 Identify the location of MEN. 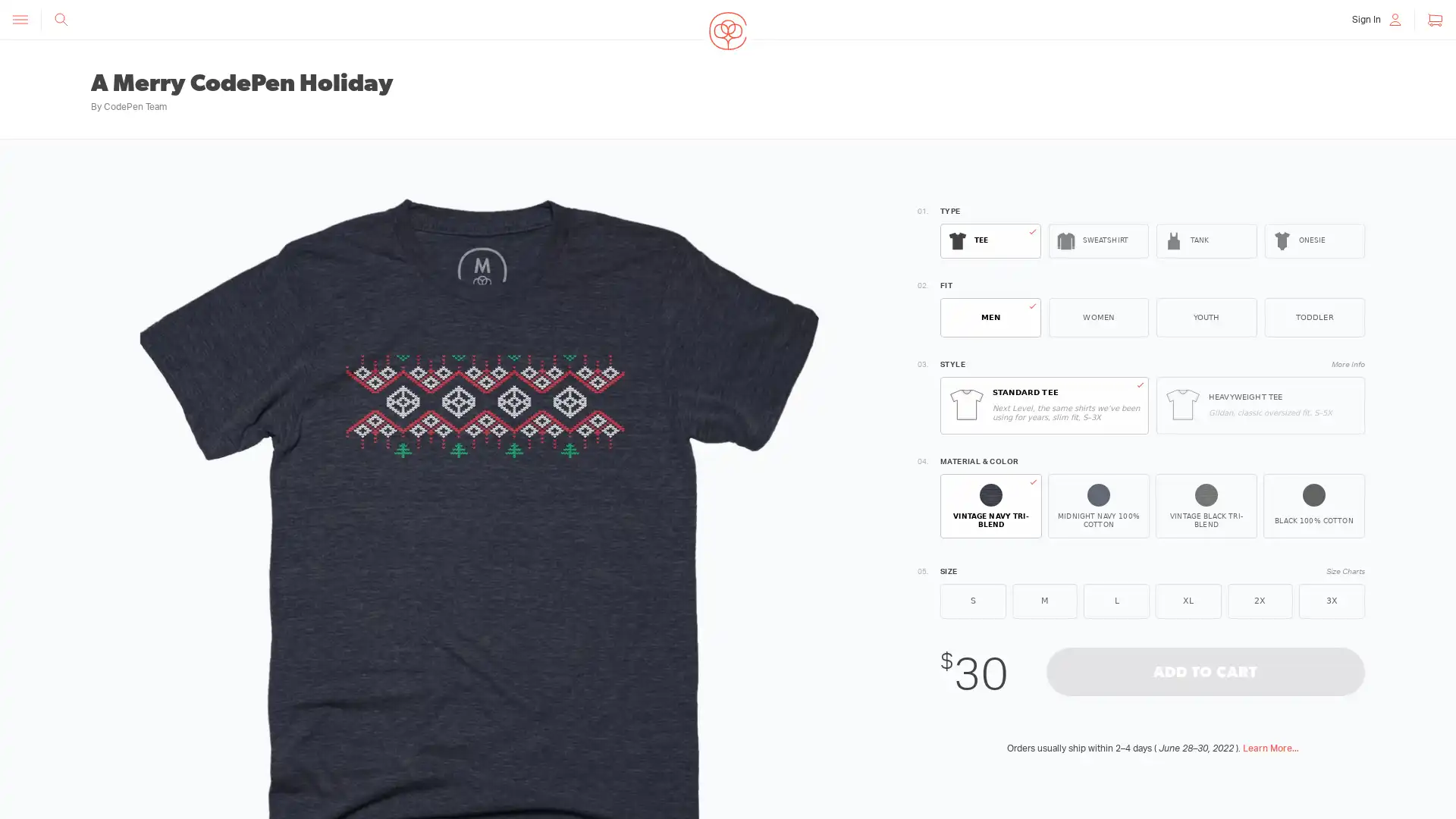
(990, 317).